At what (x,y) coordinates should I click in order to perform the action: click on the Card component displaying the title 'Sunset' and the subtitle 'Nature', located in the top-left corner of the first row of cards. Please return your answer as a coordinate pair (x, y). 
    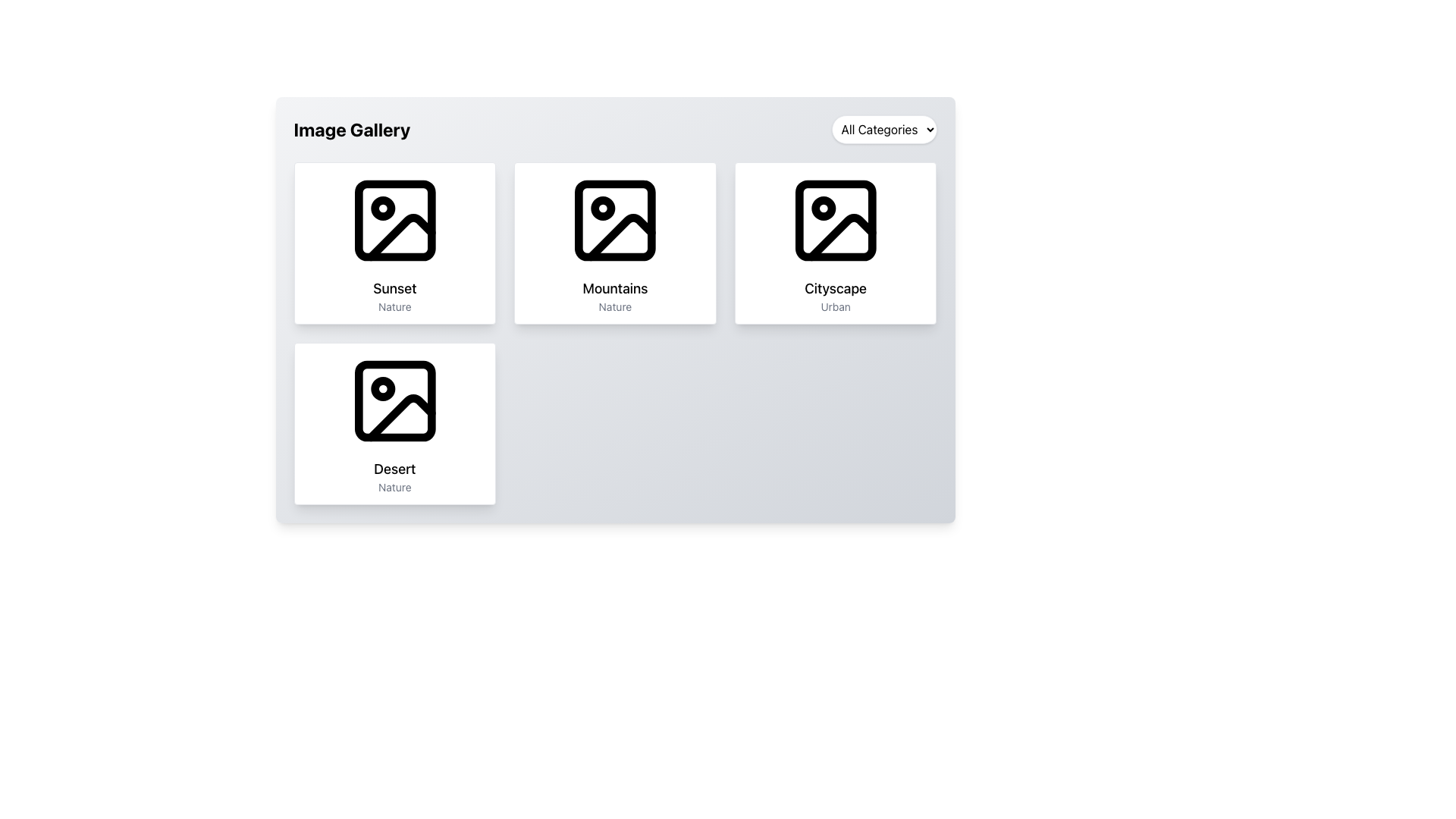
    Looking at the image, I should click on (394, 242).